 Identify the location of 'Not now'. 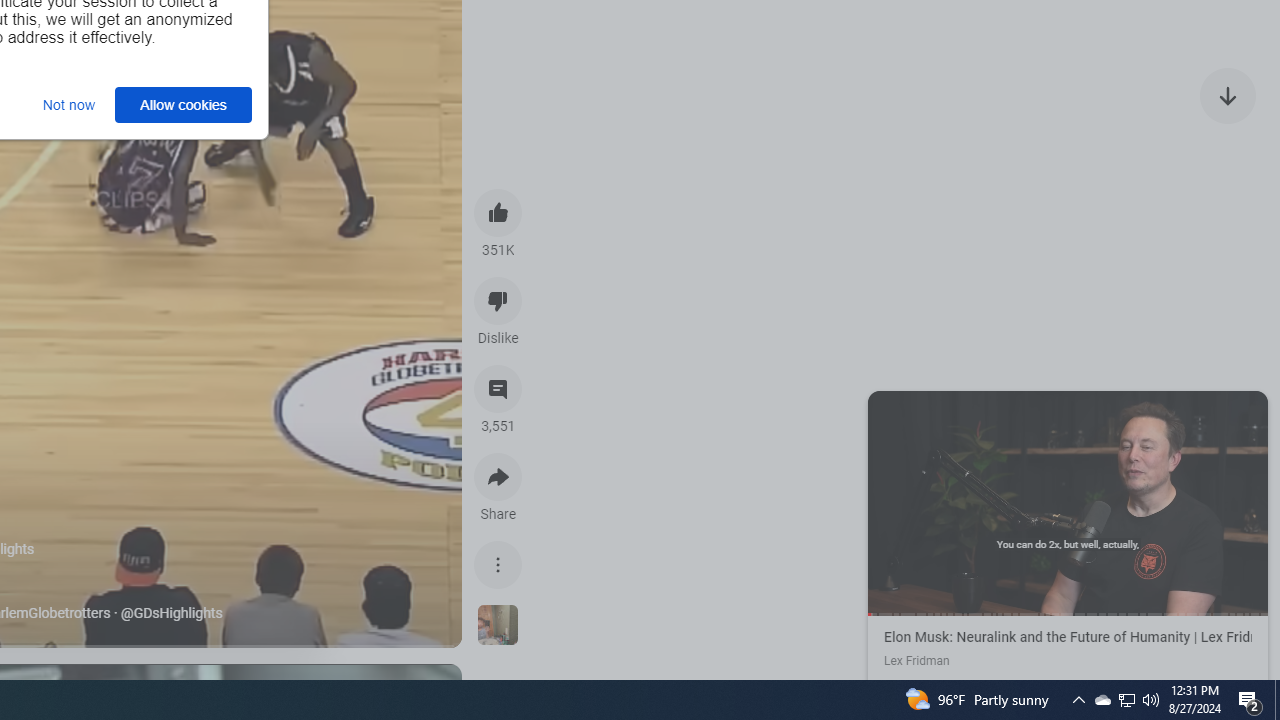
(69, 104).